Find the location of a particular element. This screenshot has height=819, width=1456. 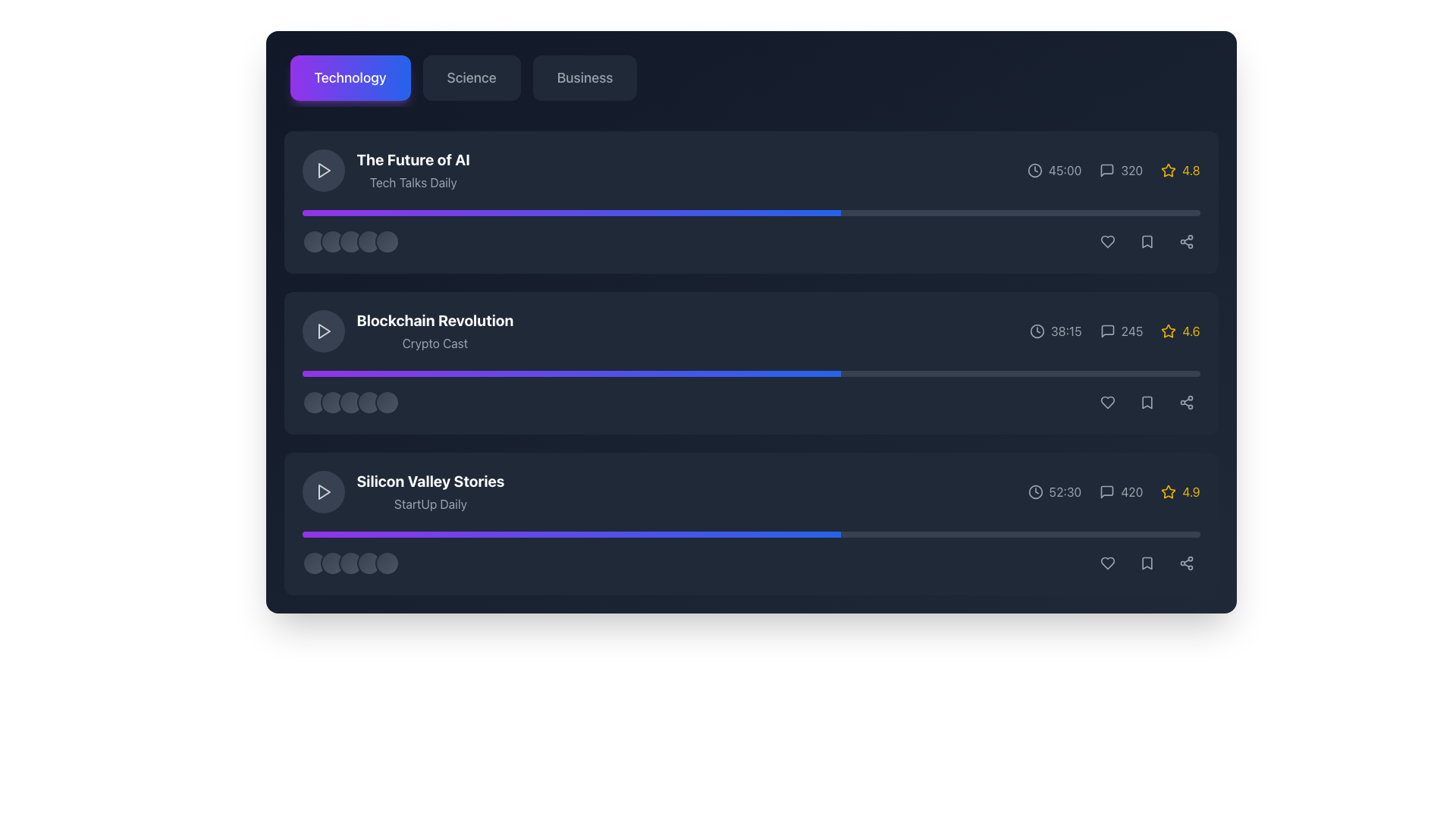

the icon resembling a clock with the text '45:00' in the top-right section of the 'The Future of AI' card is located at coordinates (1053, 170).